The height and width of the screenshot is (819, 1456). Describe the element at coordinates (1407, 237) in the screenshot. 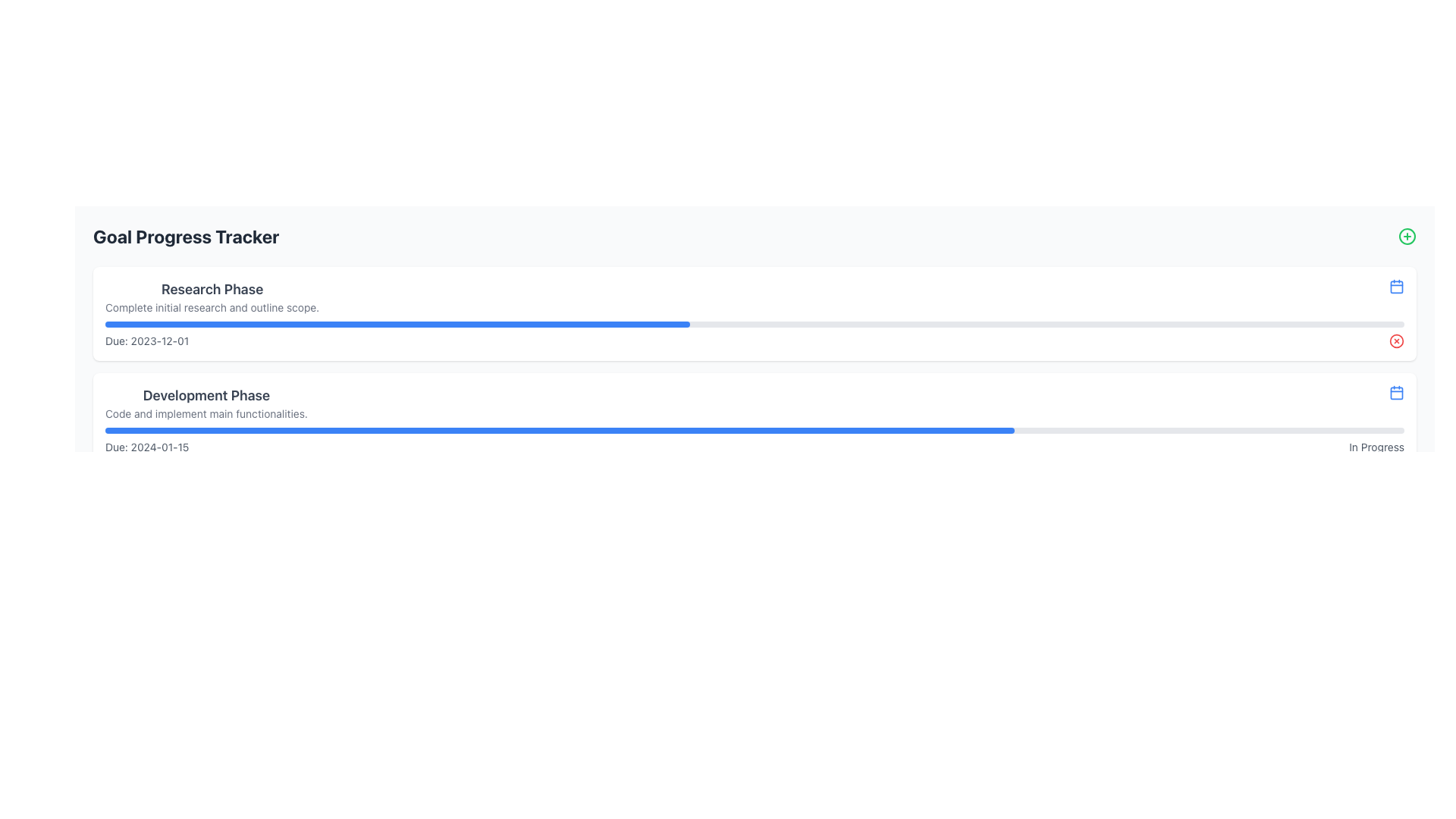

I see `the SVG circle element with a thin green outline, located in the top-right corner of the interface as part of a 'plus' icon` at that location.